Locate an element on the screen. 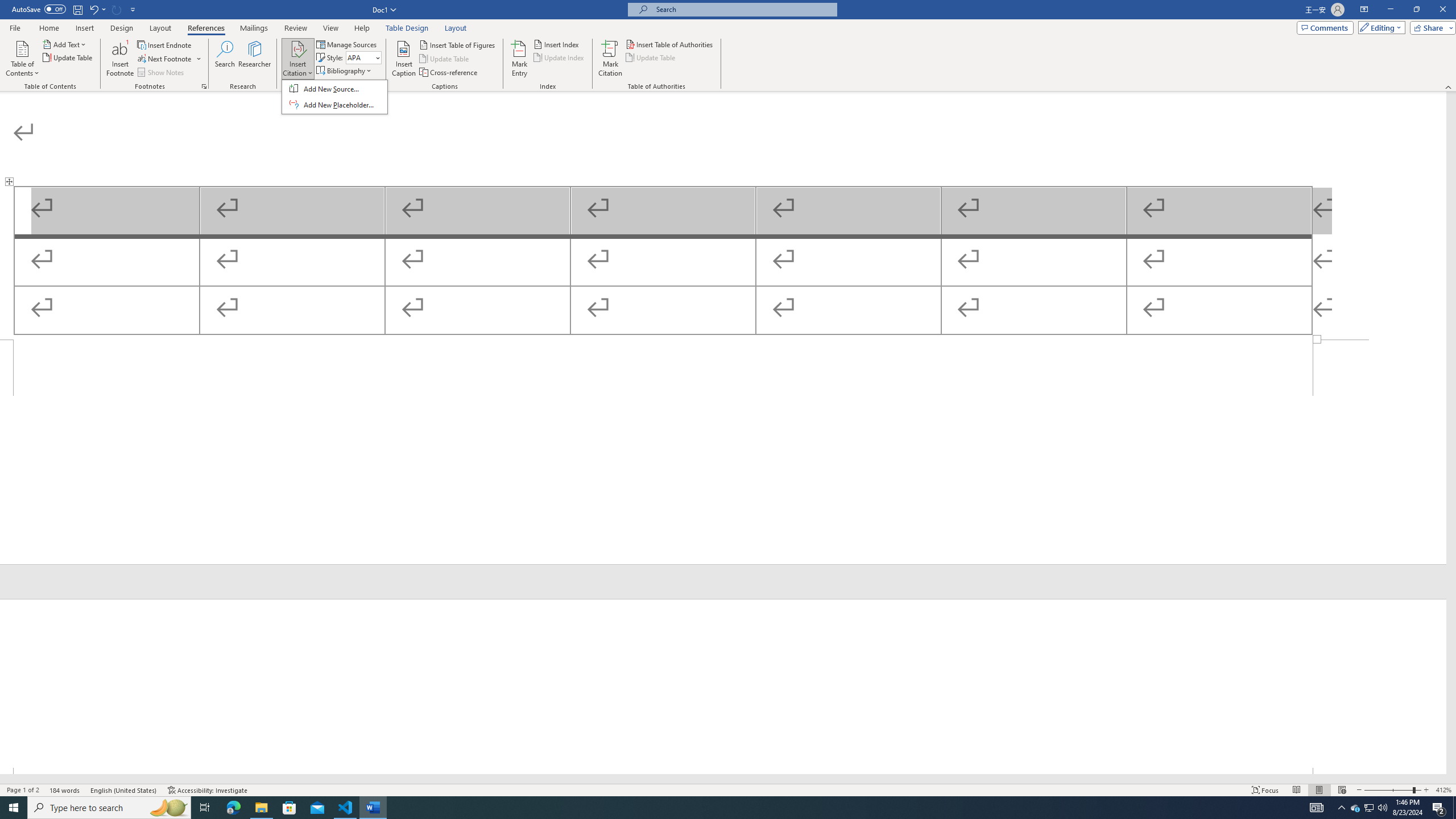 This screenshot has width=1456, height=819. 'Page Number Page 1 of 2' is located at coordinates (23, 790).